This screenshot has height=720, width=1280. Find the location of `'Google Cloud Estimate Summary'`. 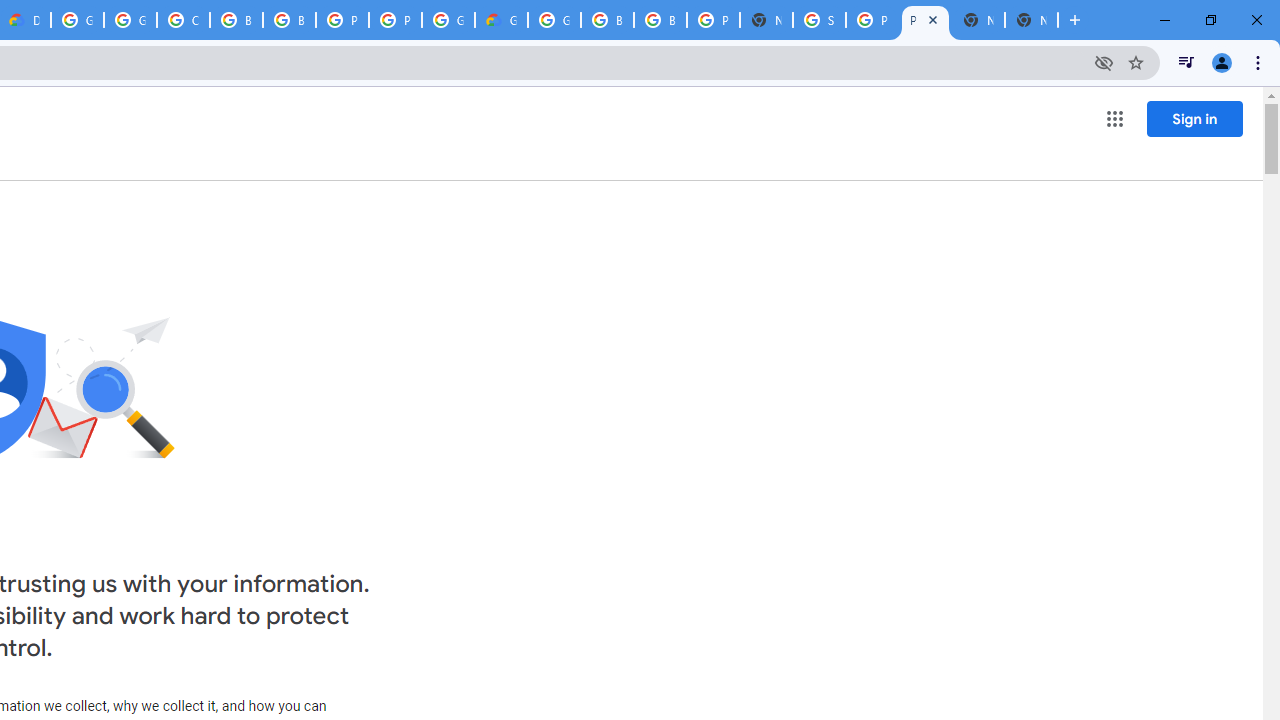

'Google Cloud Estimate Summary' is located at coordinates (501, 20).